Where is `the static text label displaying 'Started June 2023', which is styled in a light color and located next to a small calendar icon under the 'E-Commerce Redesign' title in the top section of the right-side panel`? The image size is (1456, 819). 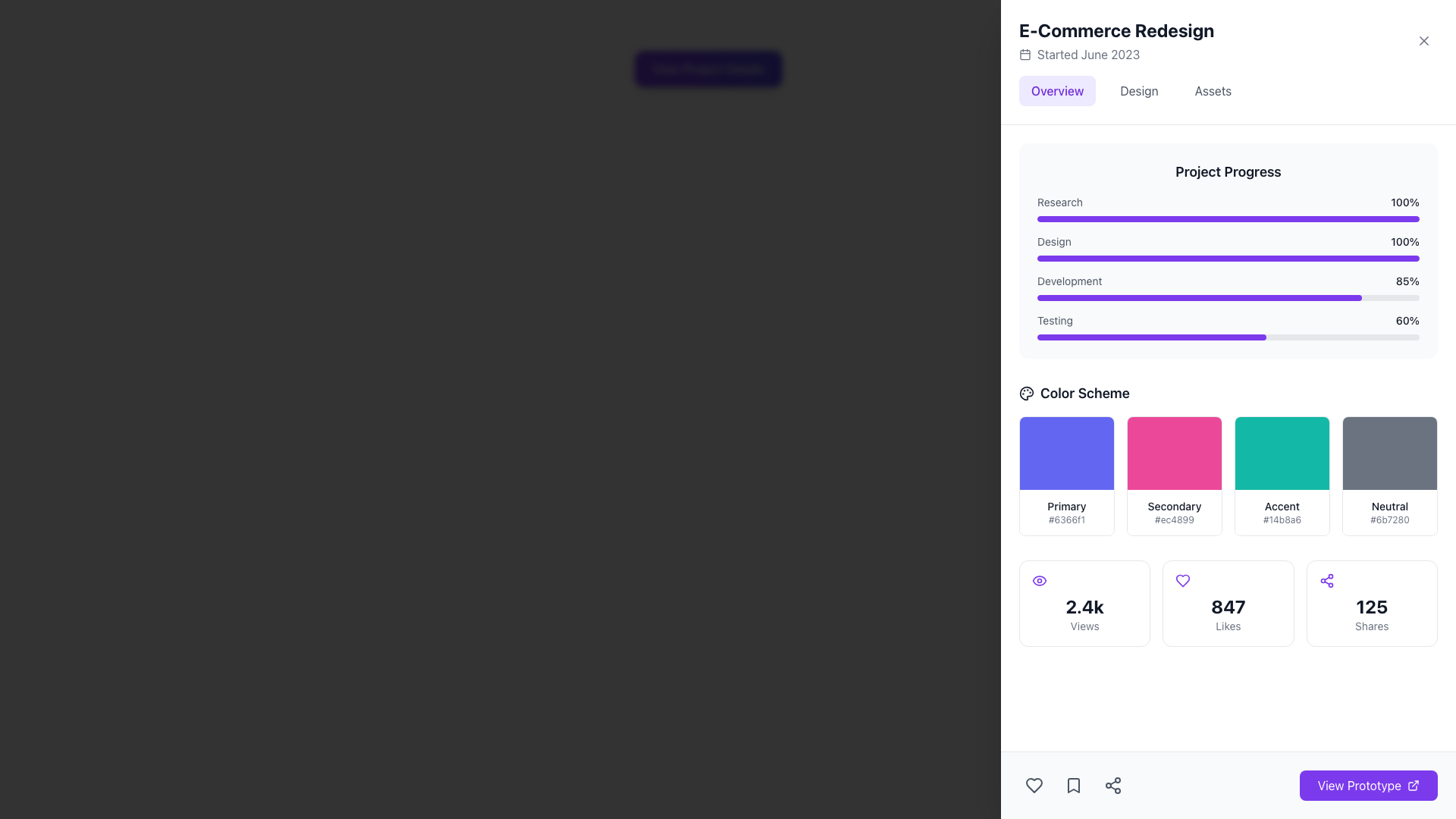
the static text label displaying 'Started June 2023', which is styled in a light color and located next to a small calendar icon under the 'E-Commerce Redesign' title in the top section of the right-side panel is located at coordinates (1087, 54).